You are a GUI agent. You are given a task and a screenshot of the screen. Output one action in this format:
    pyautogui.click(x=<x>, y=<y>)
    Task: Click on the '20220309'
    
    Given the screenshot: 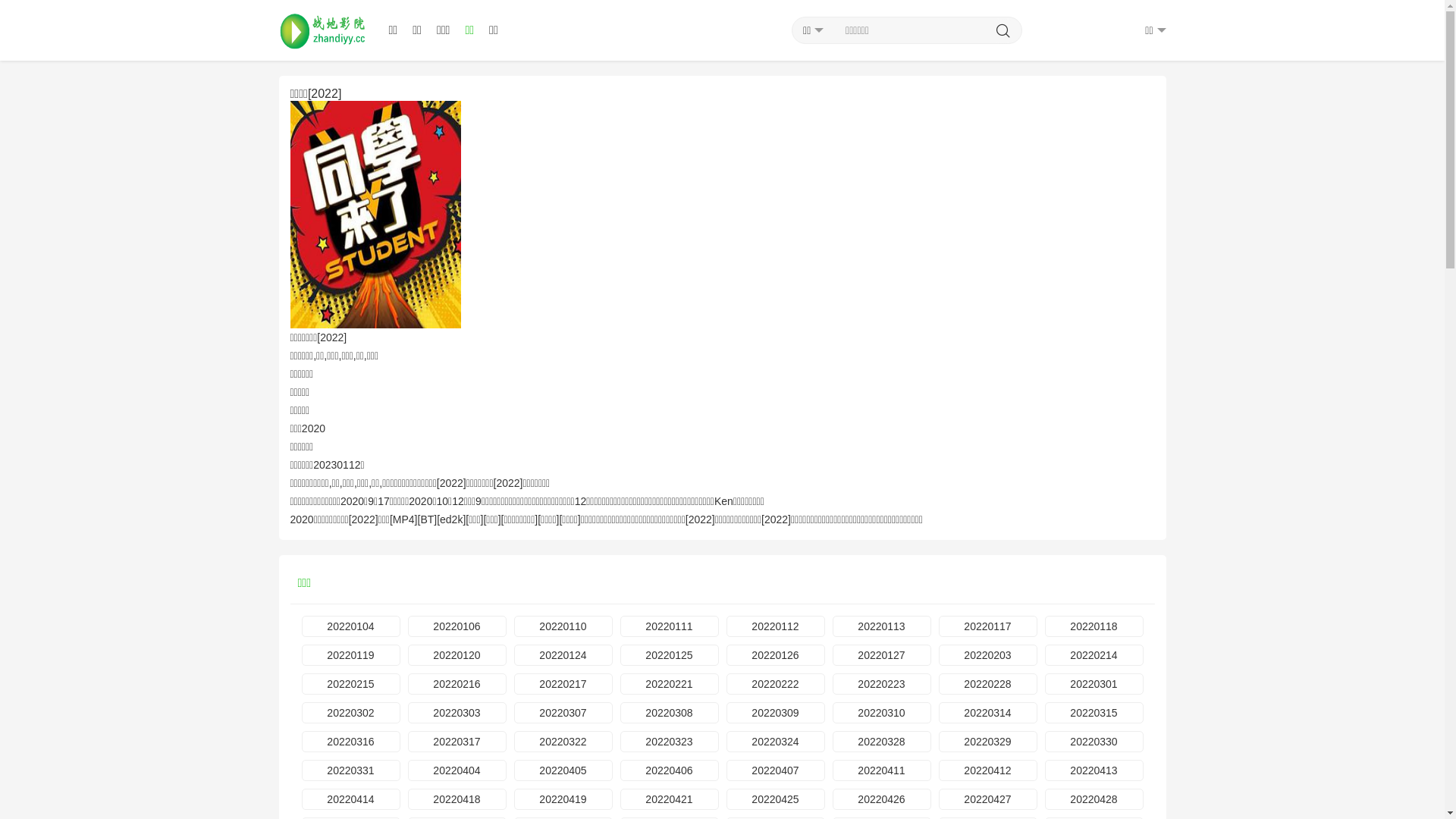 What is the action you would take?
    pyautogui.click(x=775, y=713)
    